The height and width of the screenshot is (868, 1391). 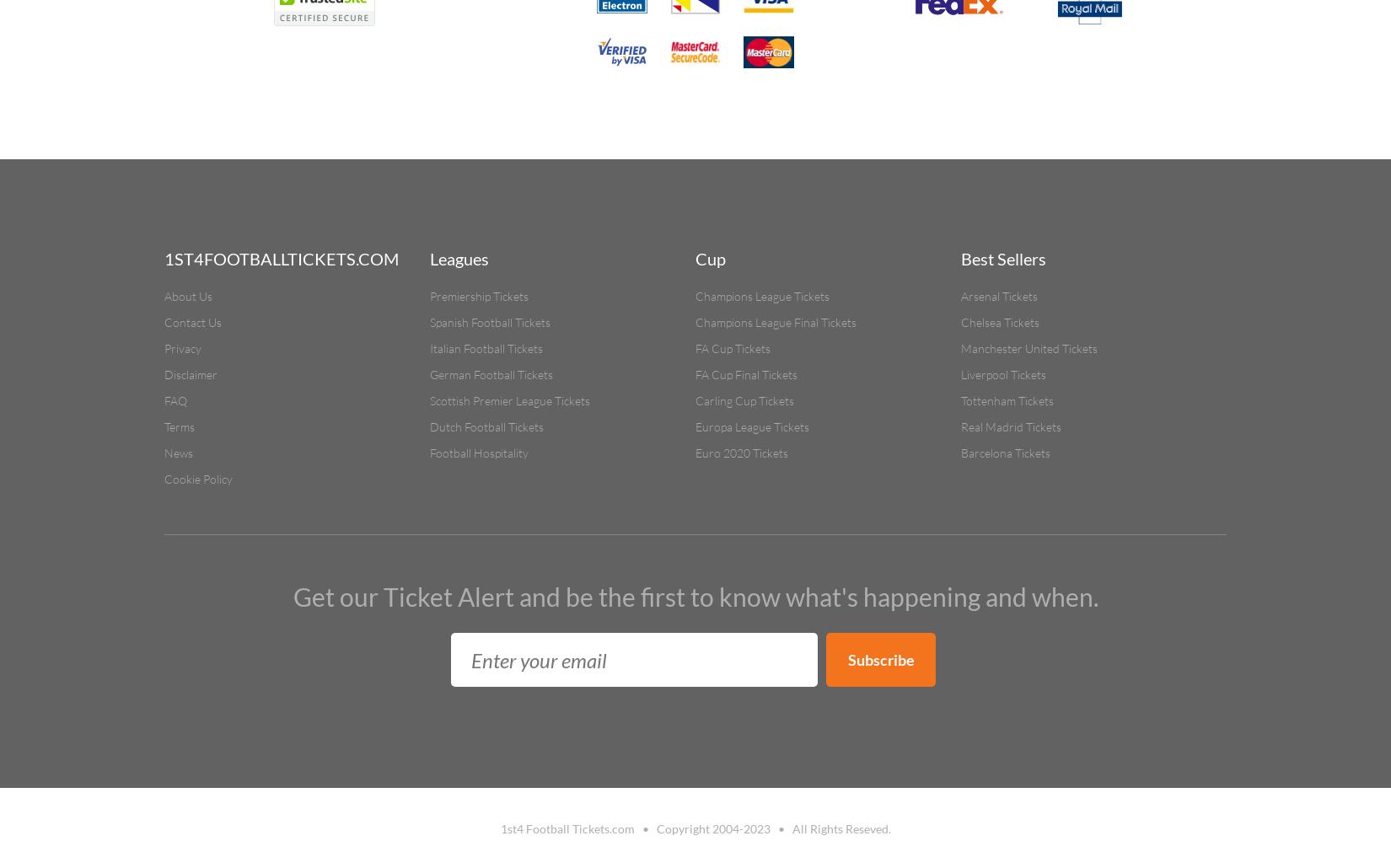 What do you see at coordinates (486, 348) in the screenshot?
I see `'Italian Football Tickets'` at bounding box center [486, 348].